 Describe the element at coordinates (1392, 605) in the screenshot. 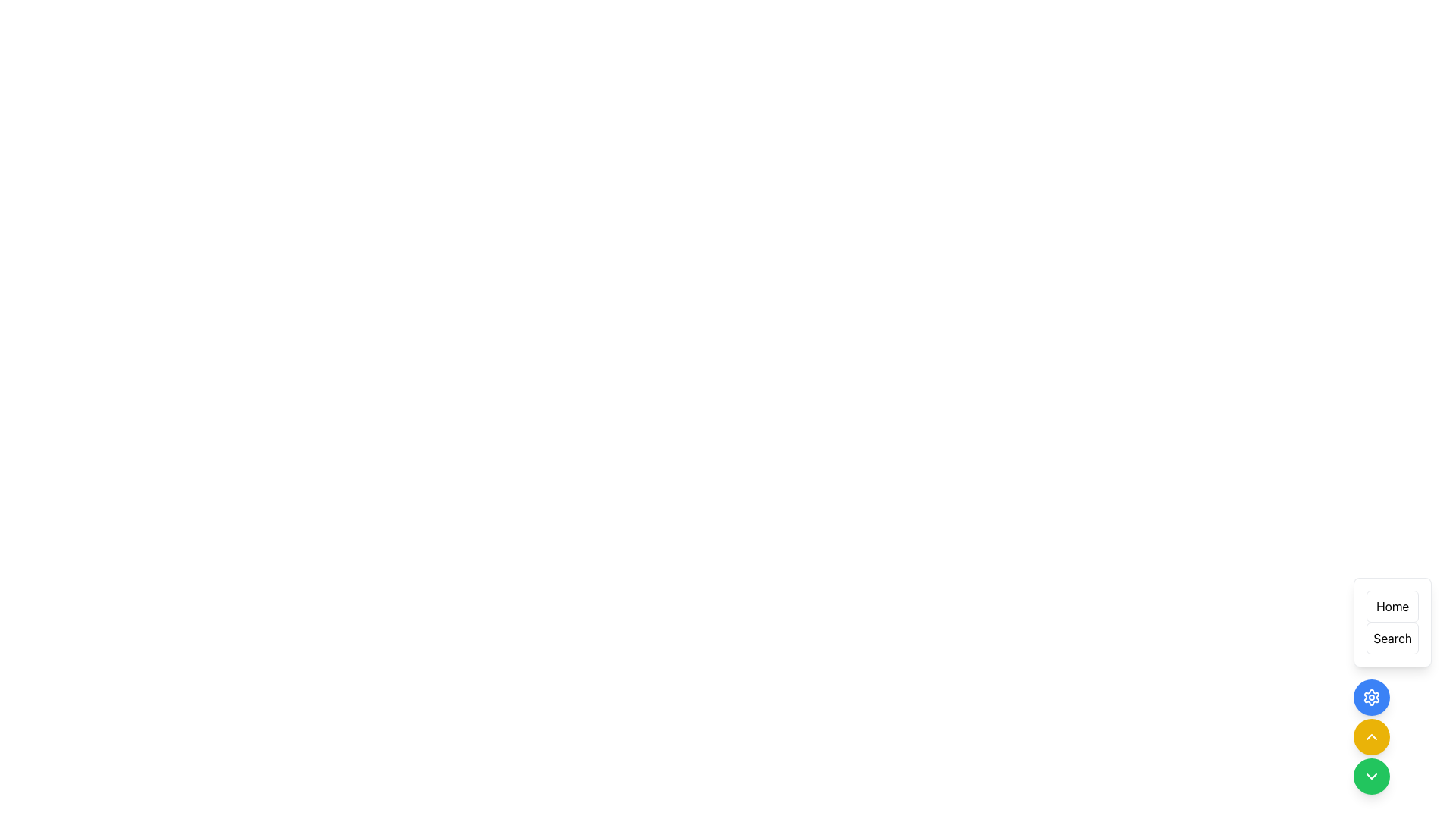

I see `the 'Home' button, which is a rectangular button with rounded corners, white background, and black text centrally aligned` at that location.